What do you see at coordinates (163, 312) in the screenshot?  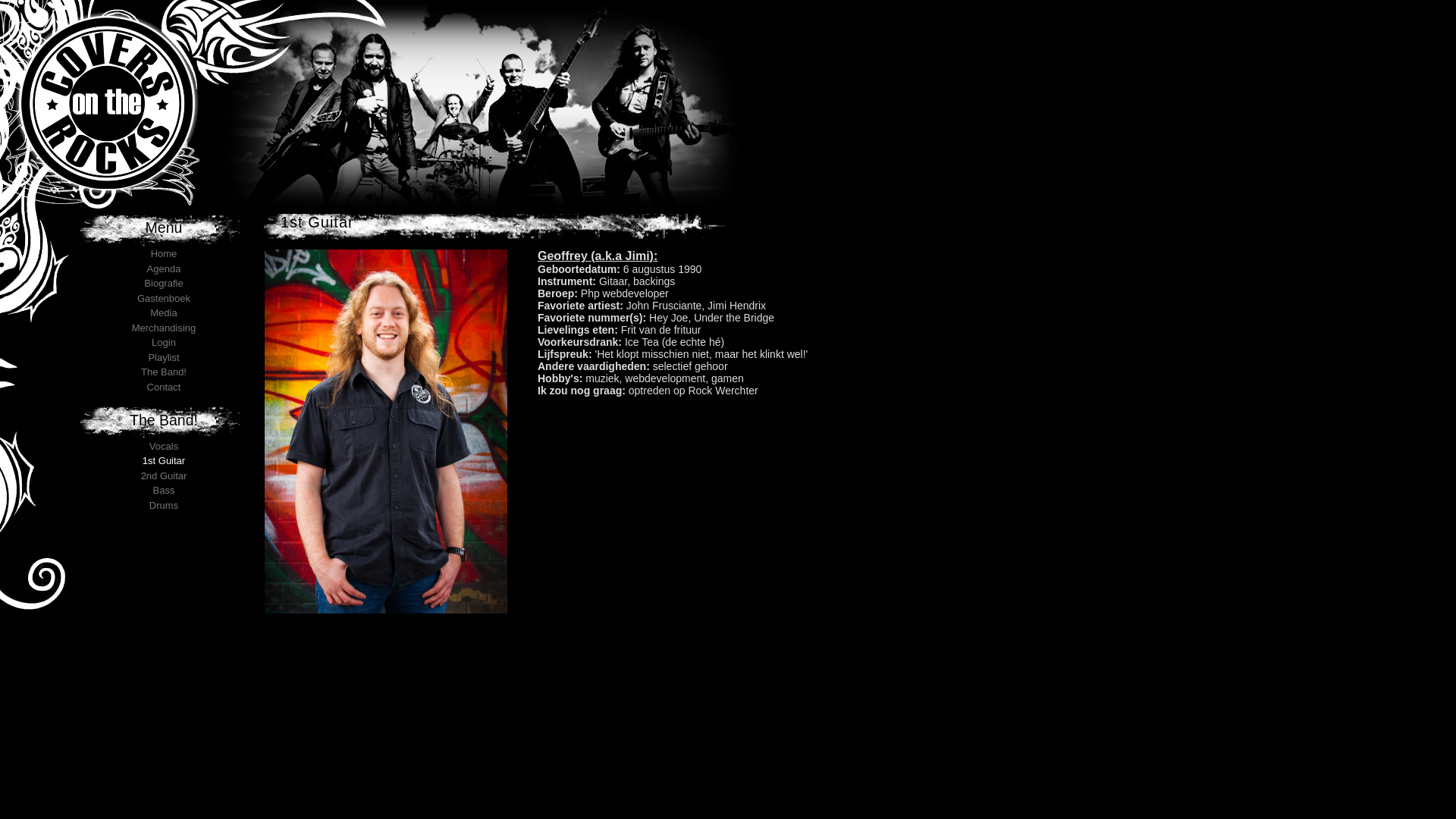 I see `'Media'` at bounding box center [163, 312].